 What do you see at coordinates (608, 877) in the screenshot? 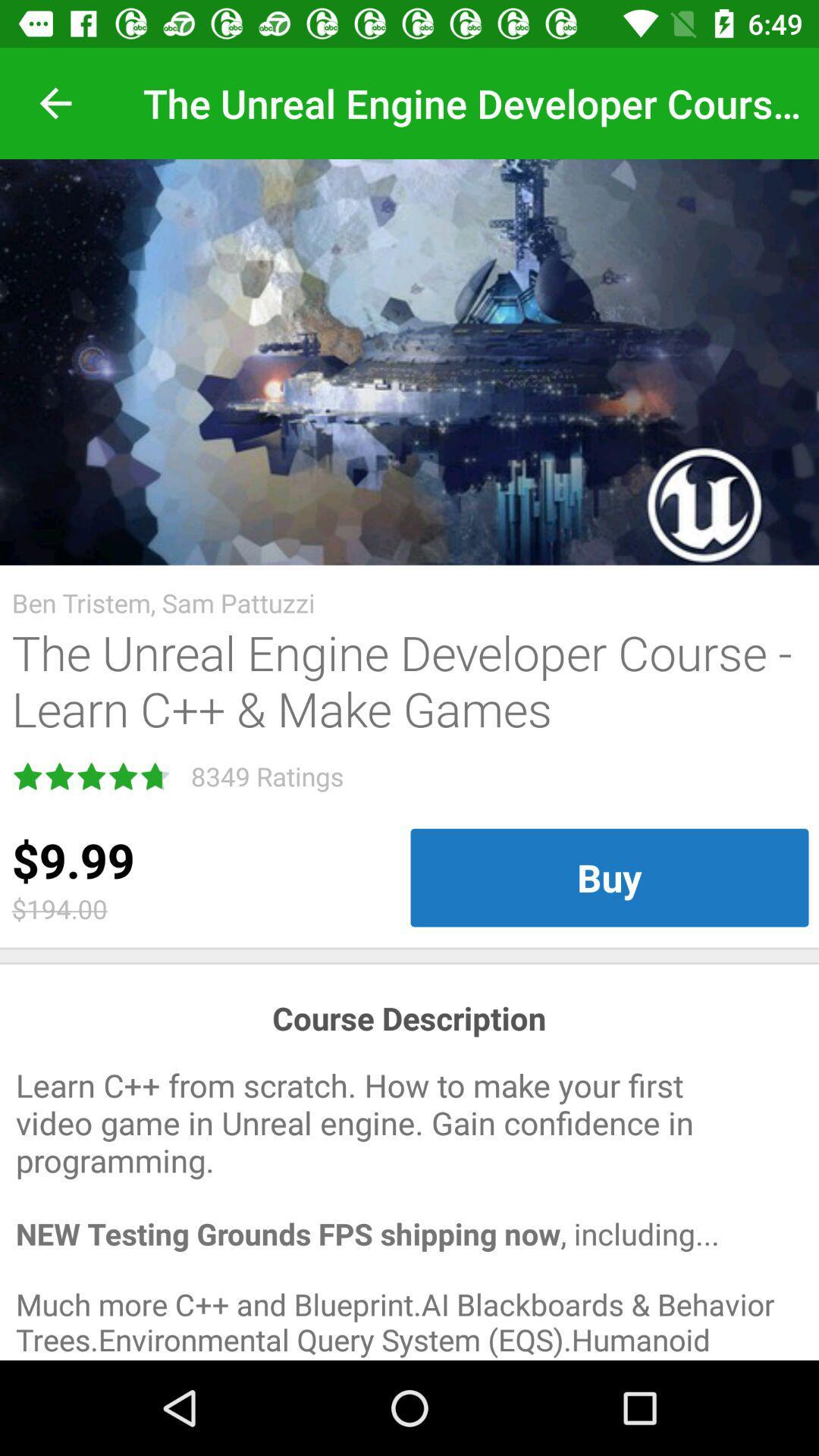
I see `buy` at bounding box center [608, 877].